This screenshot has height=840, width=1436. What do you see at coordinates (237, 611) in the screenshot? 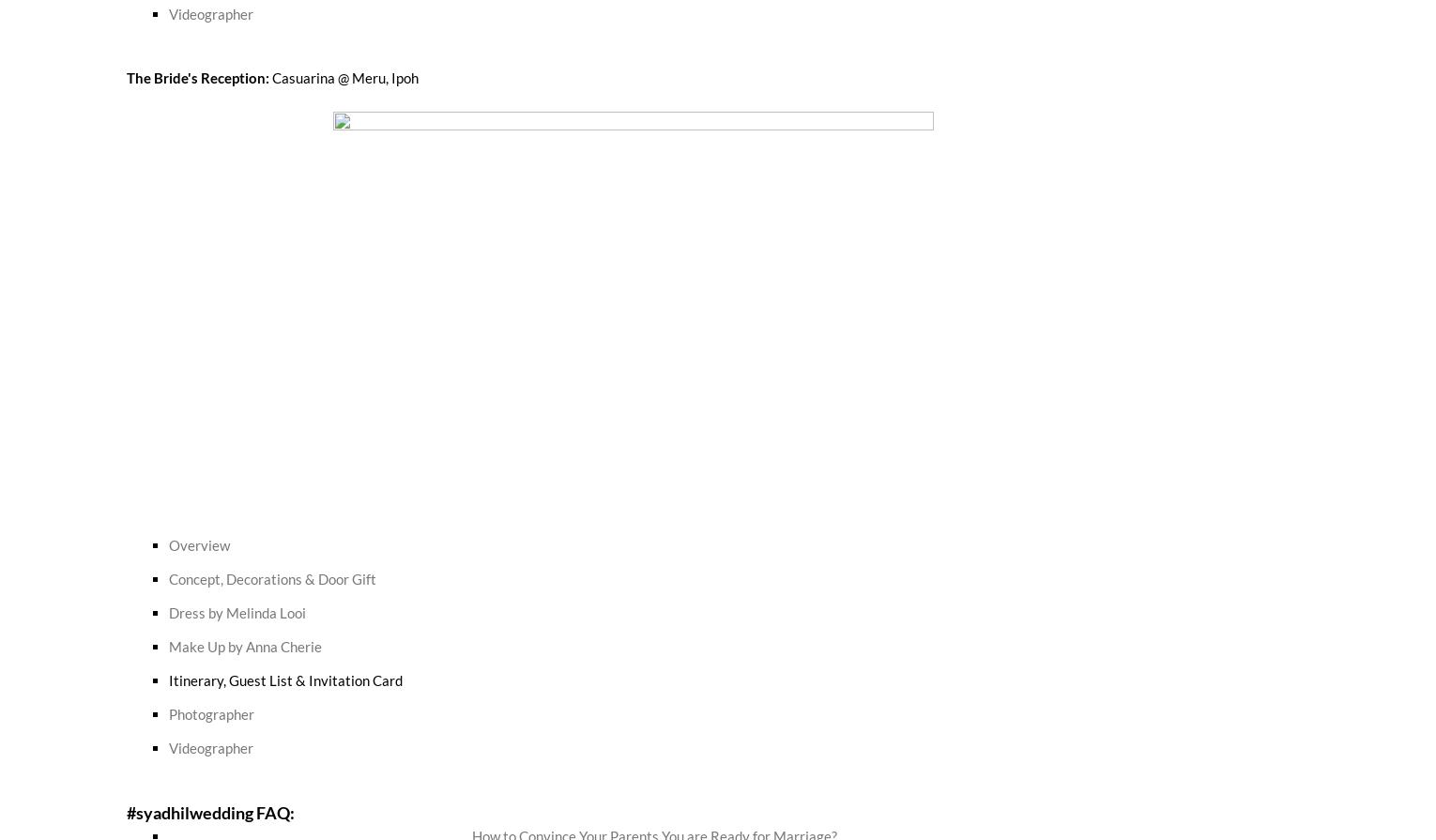
I see `'Dress by Melinda Looi'` at bounding box center [237, 611].